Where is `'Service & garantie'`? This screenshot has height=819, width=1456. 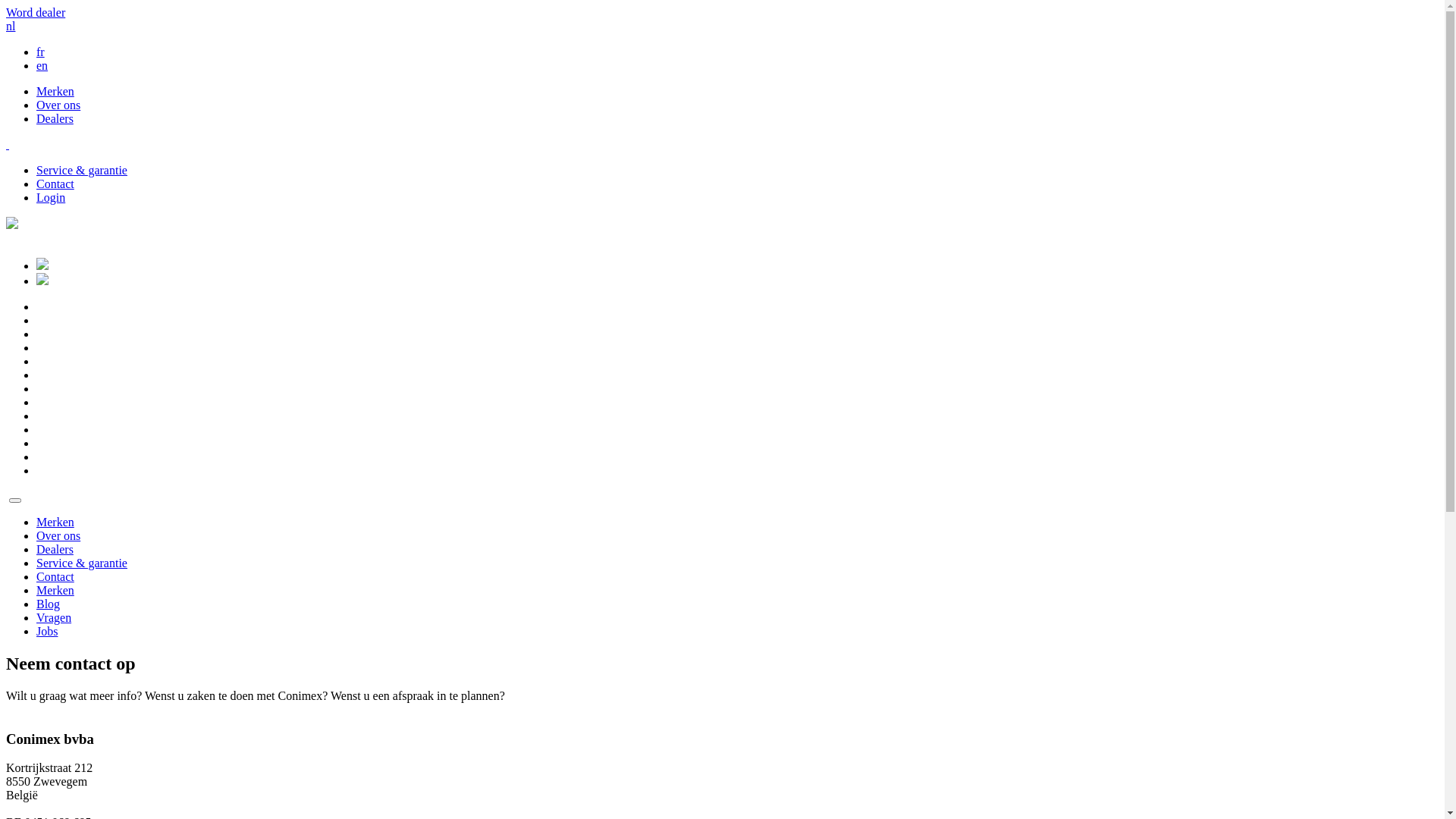
'Service & garantie' is located at coordinates (80, 563).